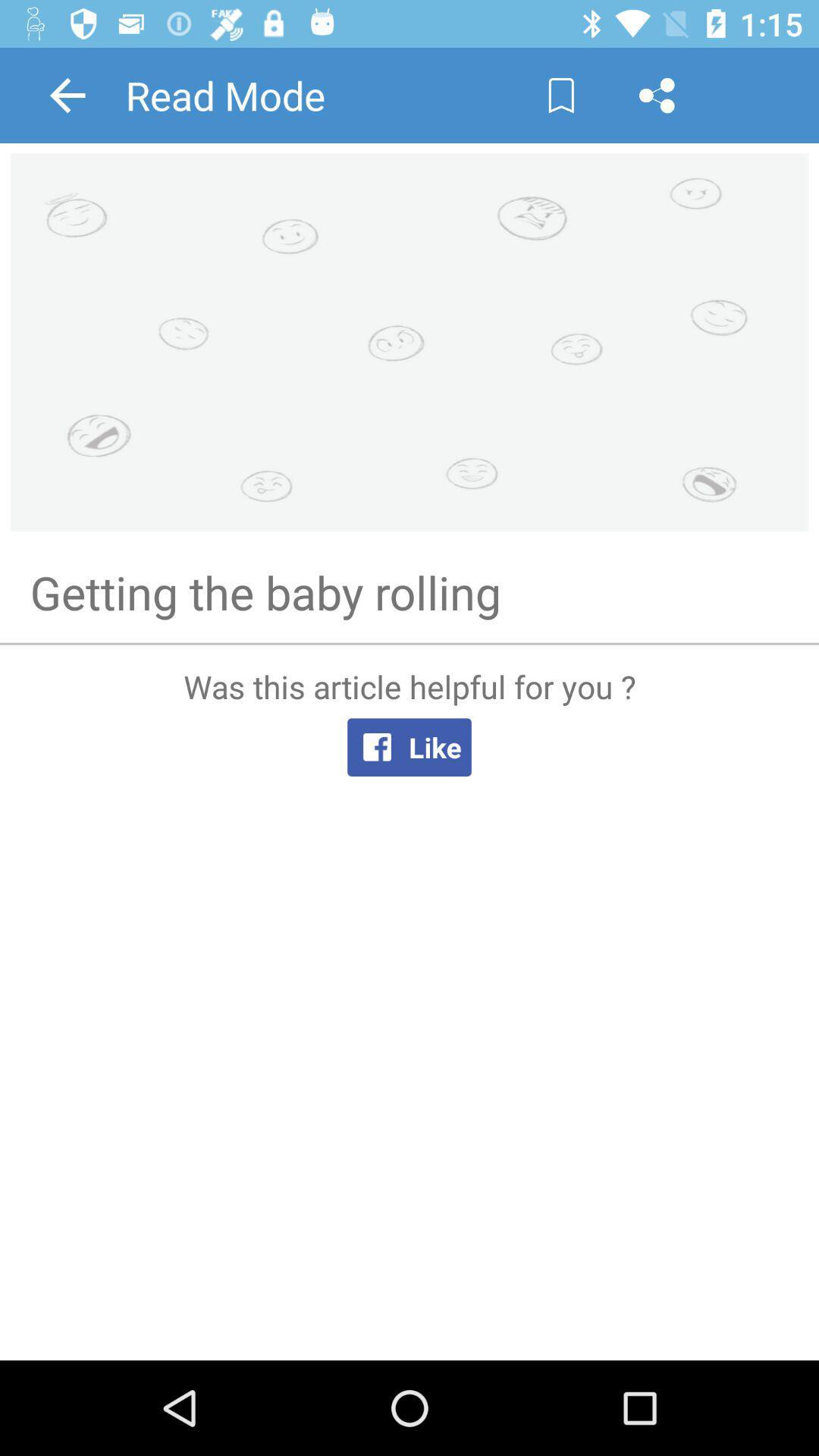 This screenshot has width=819, height=1456. What do you see at coordinates (656, 94) in the screenshot?
I see `share the article` at bounding box center [656, 94].